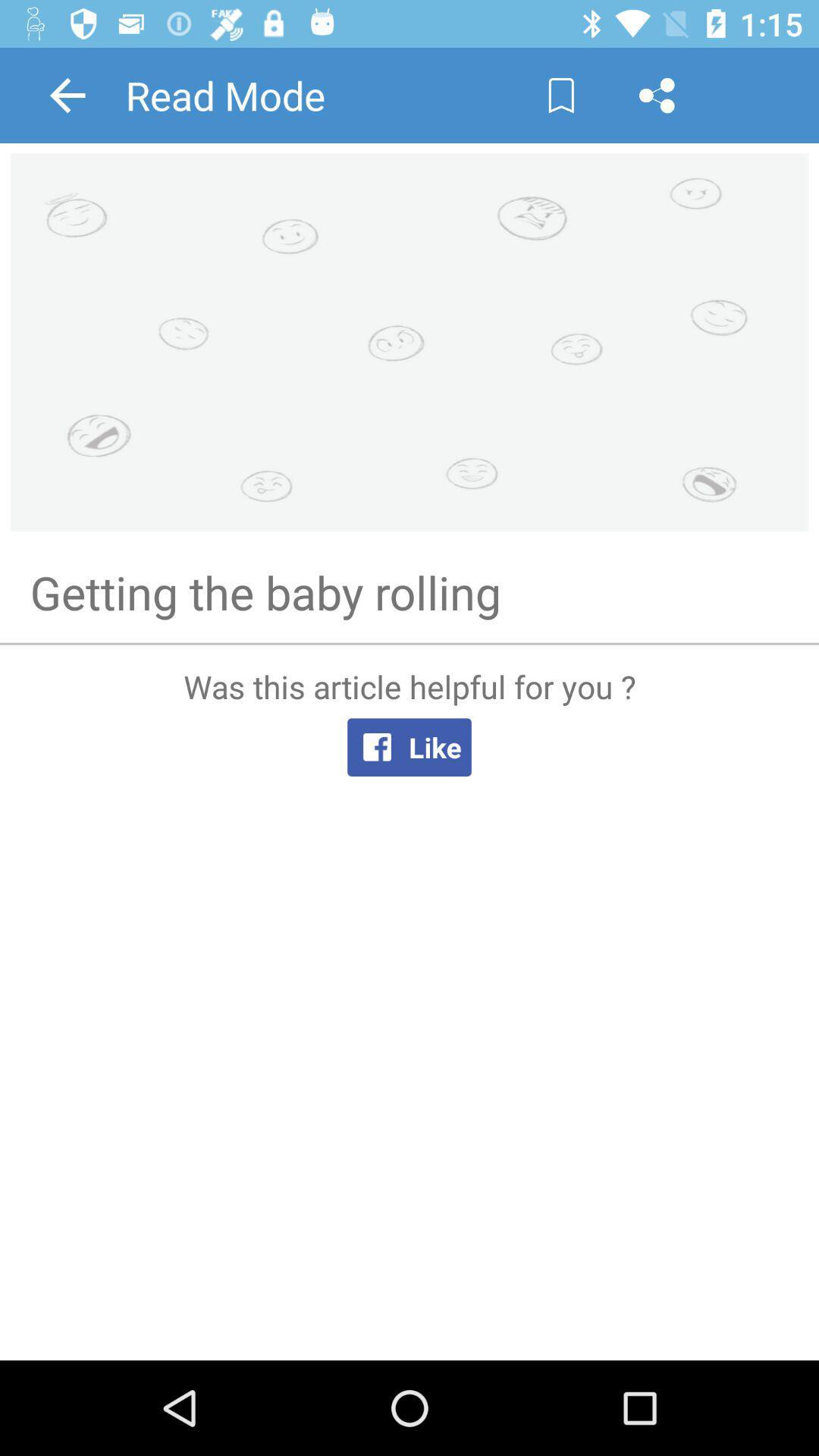 This screenshot has width=819, height=1456. What do you see at coordinates (656, 94) in the screenshot?
I see `share the article` at bounding box center [656, 94].